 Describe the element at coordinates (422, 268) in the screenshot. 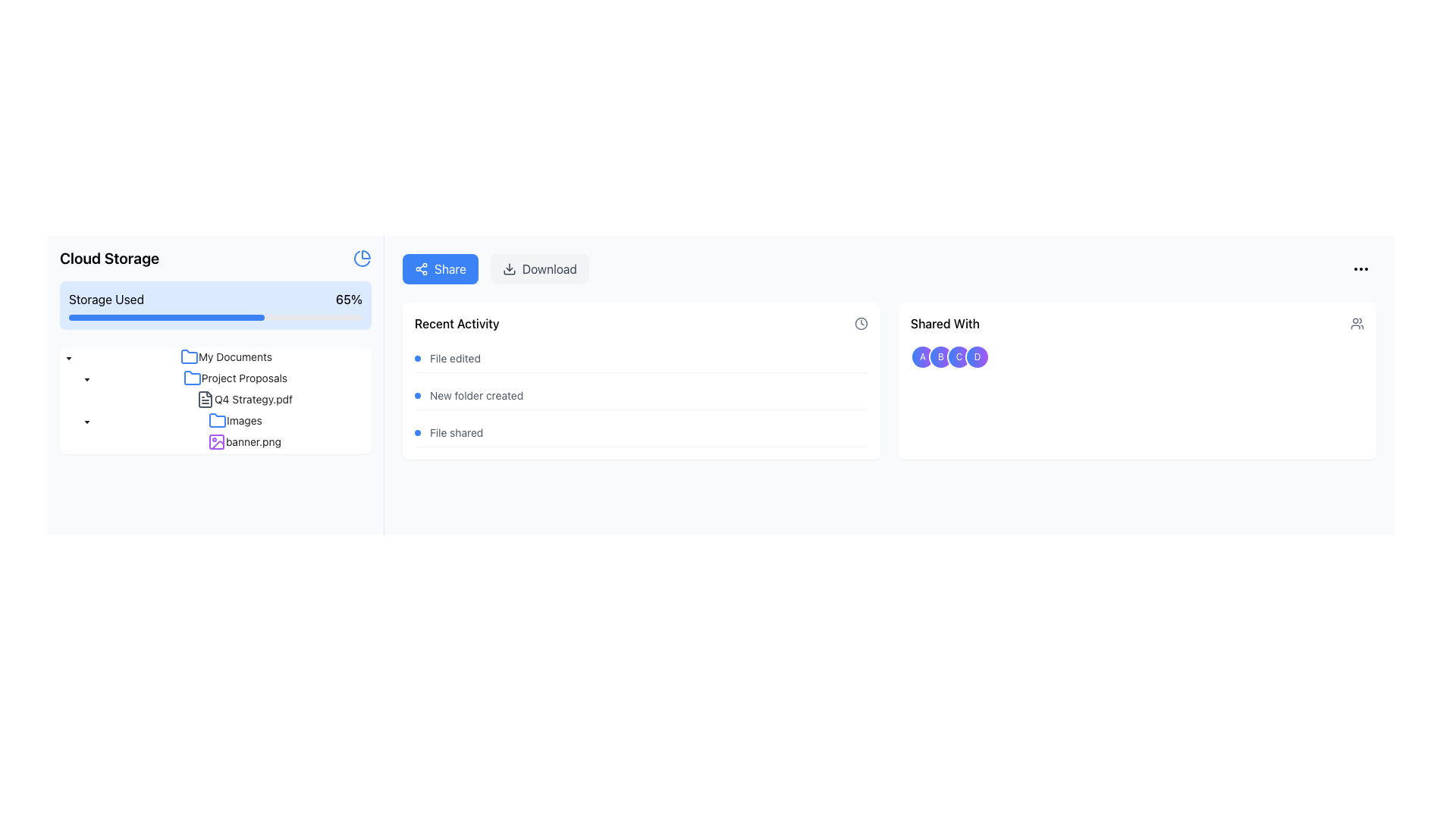

I see `the SVG icon associated with the 'Share' button located in the top middle section of the interface` at that location.